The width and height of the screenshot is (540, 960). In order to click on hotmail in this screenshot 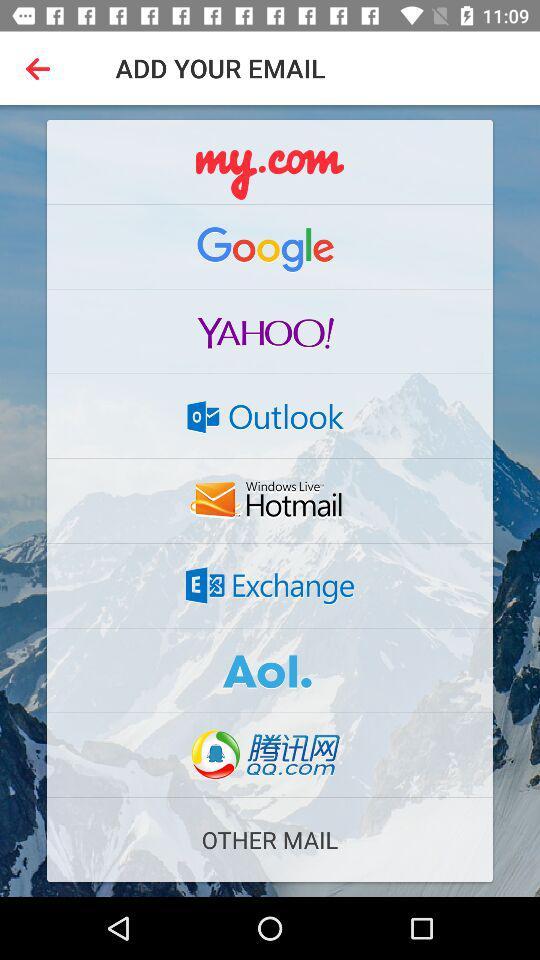, I will do `click(270, 500)`.